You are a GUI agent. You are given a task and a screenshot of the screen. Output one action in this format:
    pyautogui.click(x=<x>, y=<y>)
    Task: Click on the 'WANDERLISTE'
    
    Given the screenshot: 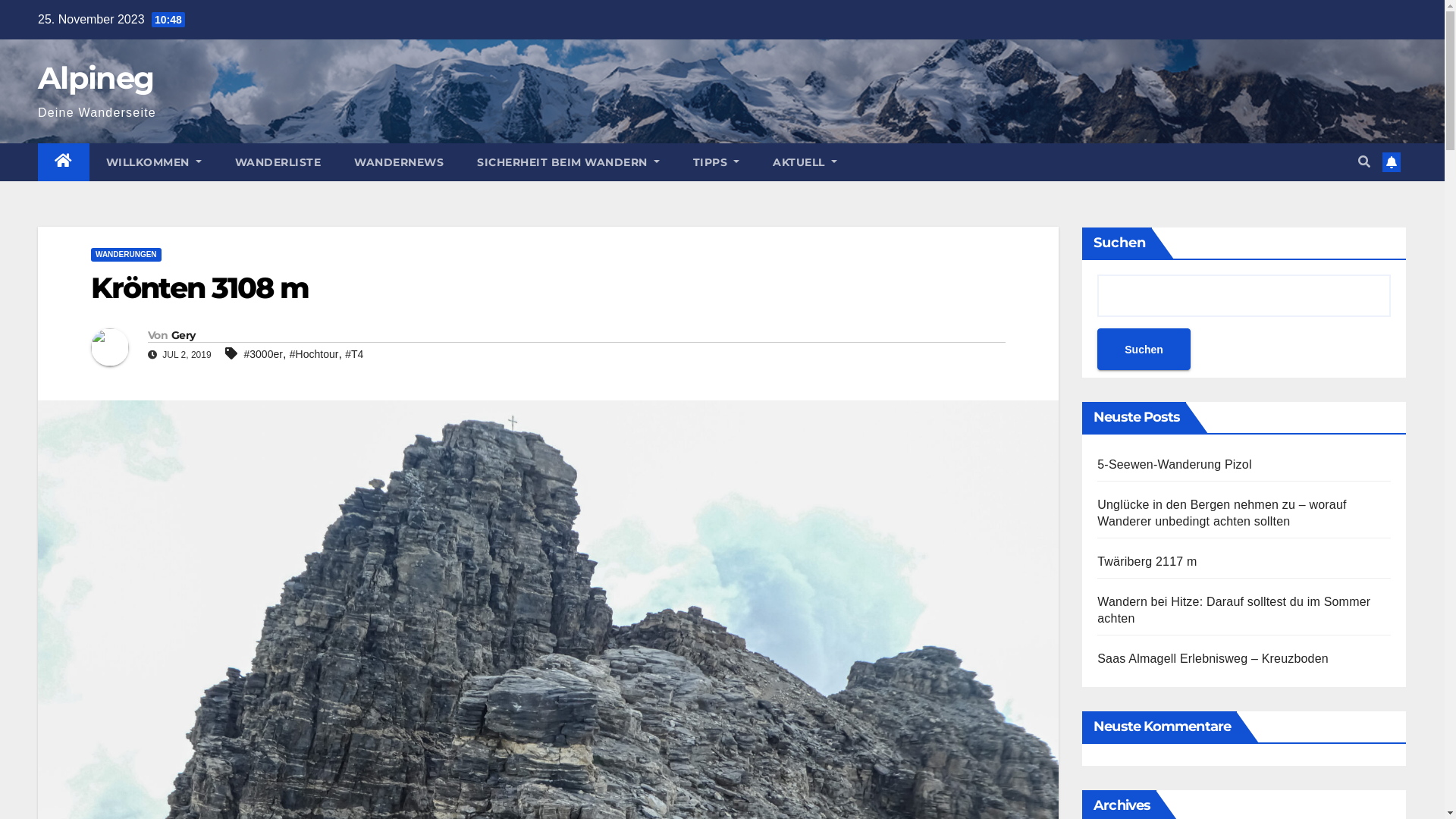 What is the action you would take?
    pyautogui.click(x=218, y=162)
    